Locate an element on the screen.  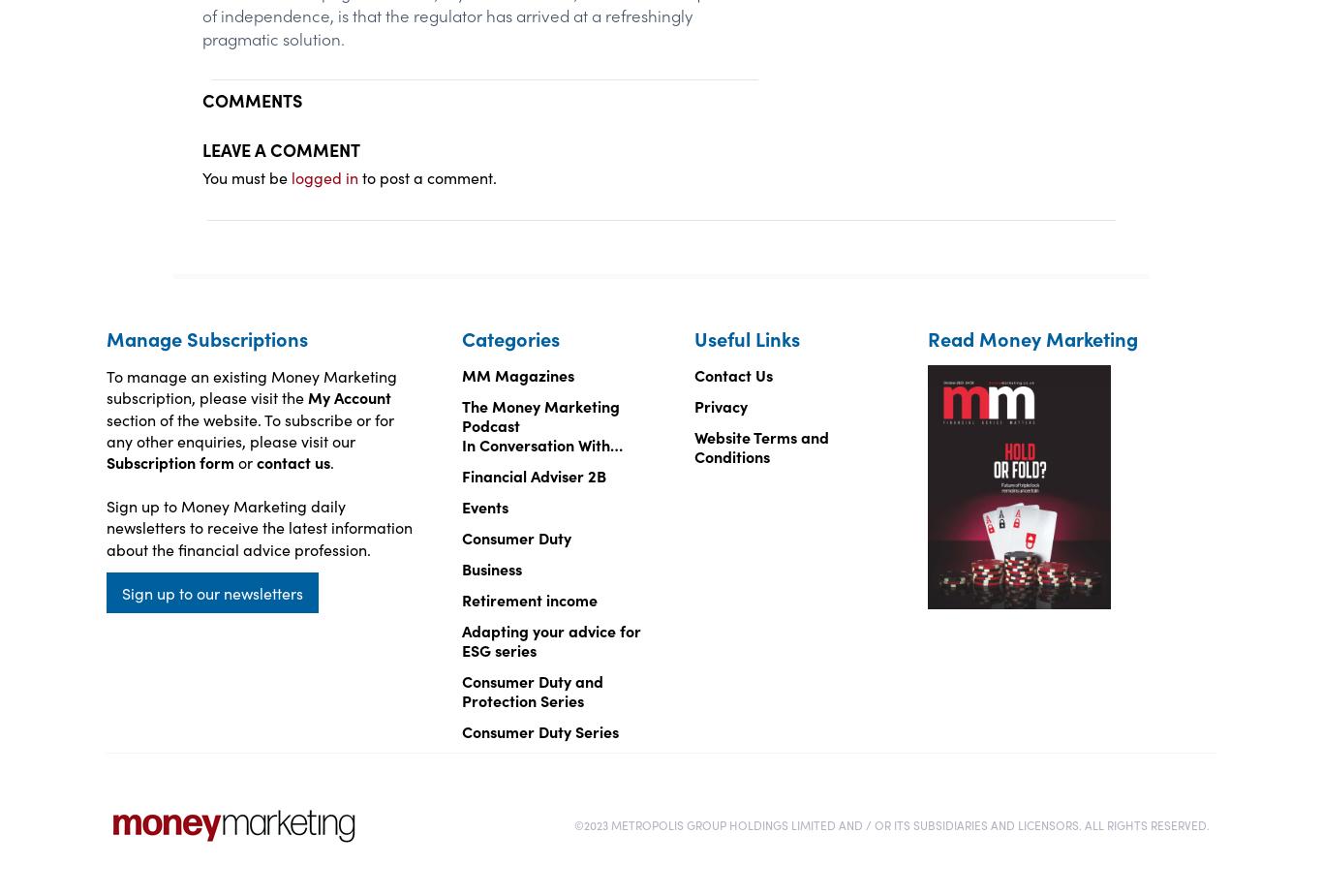
'Financial Adviser 2B' is located at coordinates (462, 474).